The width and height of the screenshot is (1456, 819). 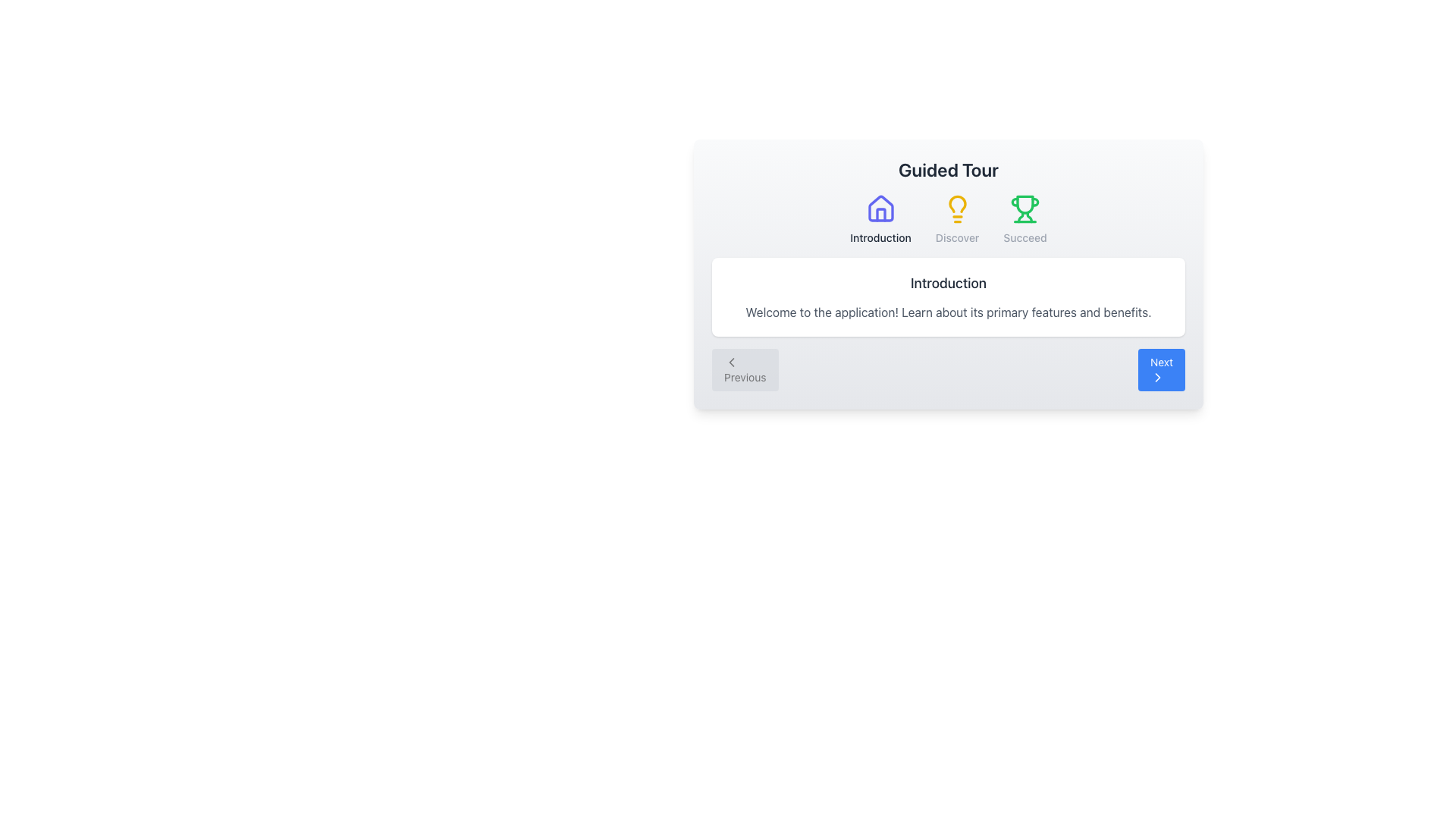 I want to click on the 'Succeed' interactive tab, which is the rightmost option in a group of three elements in a guided tour feature, so click(x=1025, y=219).